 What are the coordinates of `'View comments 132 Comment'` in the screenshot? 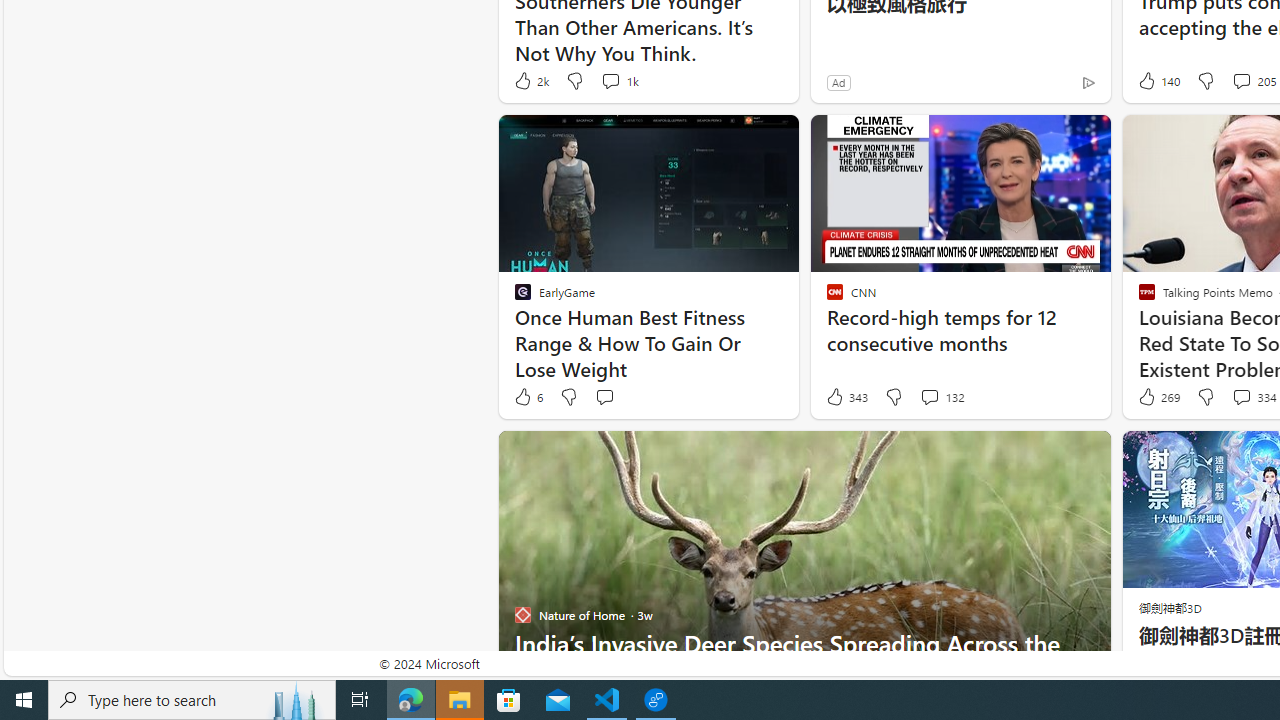 It's located at (941, 397).